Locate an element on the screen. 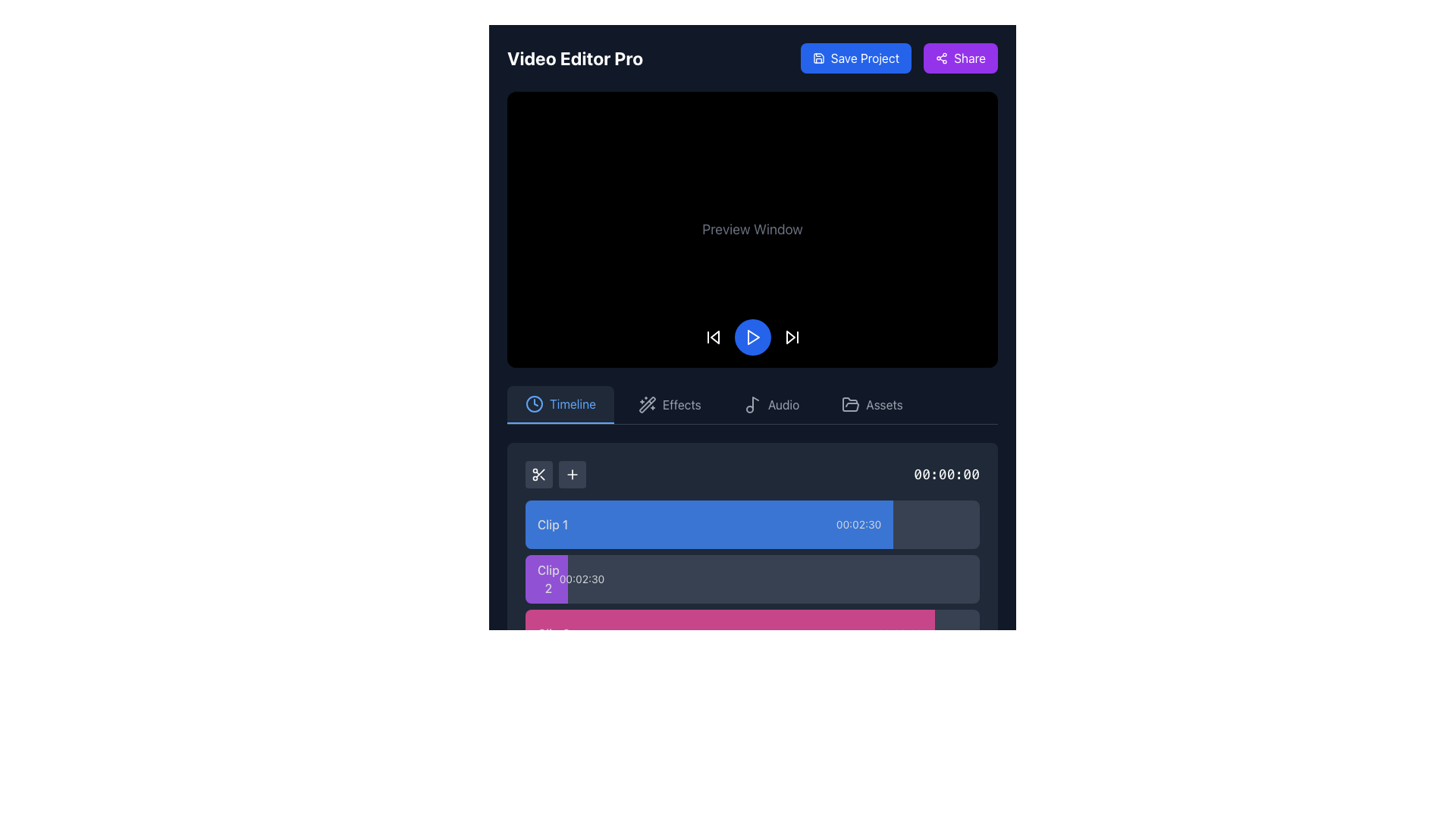 The image size is (1456, 819). the 'Audio' text label in the navigation tab is located at coordinates (783, 403).